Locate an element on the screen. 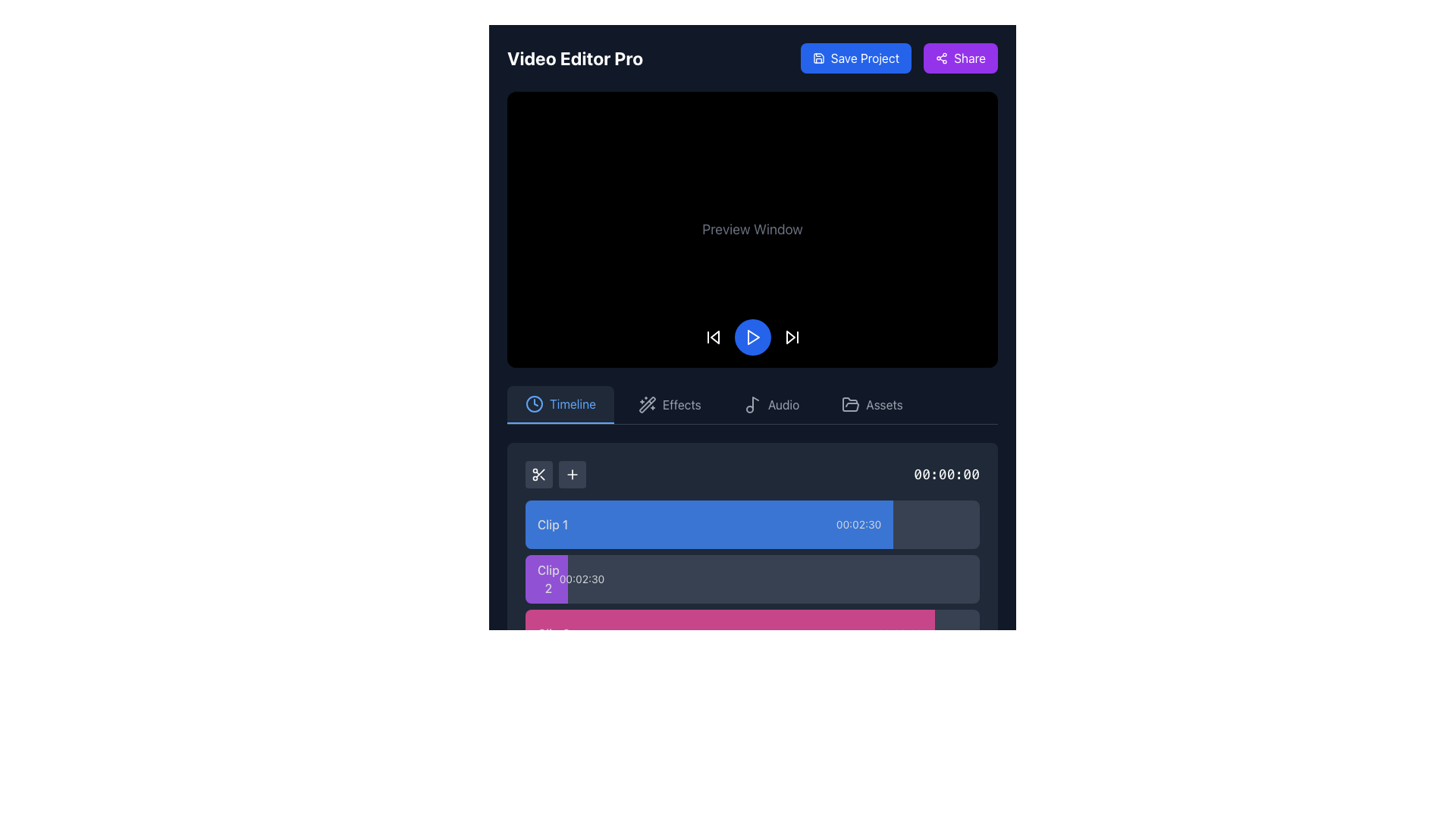 The image size is (1456, 819). the 'Audio' text label in the navigation tab is located at coordinates (783, 403).